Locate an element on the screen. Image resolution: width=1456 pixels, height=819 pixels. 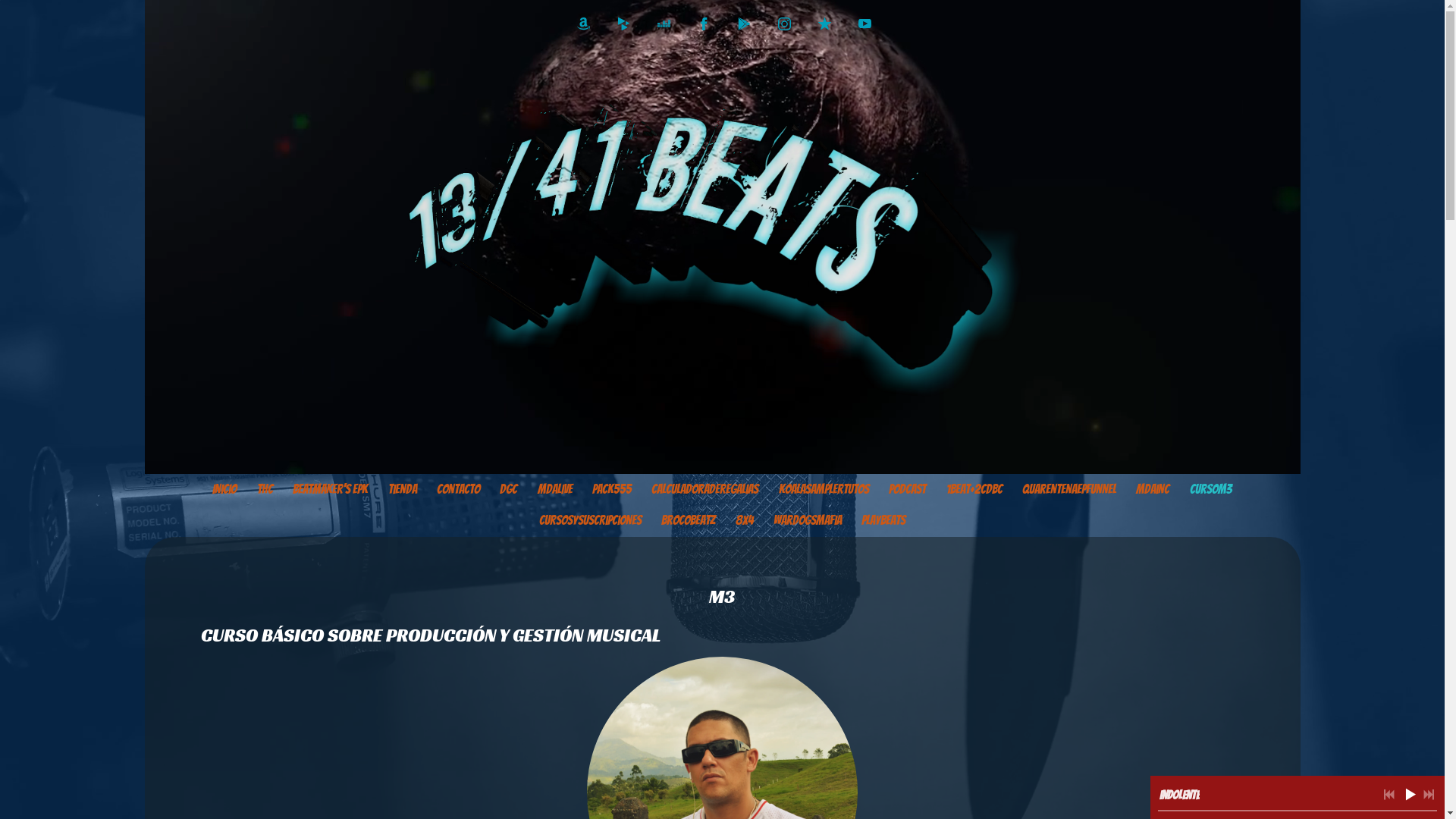
'Contacto' is located at coordinates (425, 489).